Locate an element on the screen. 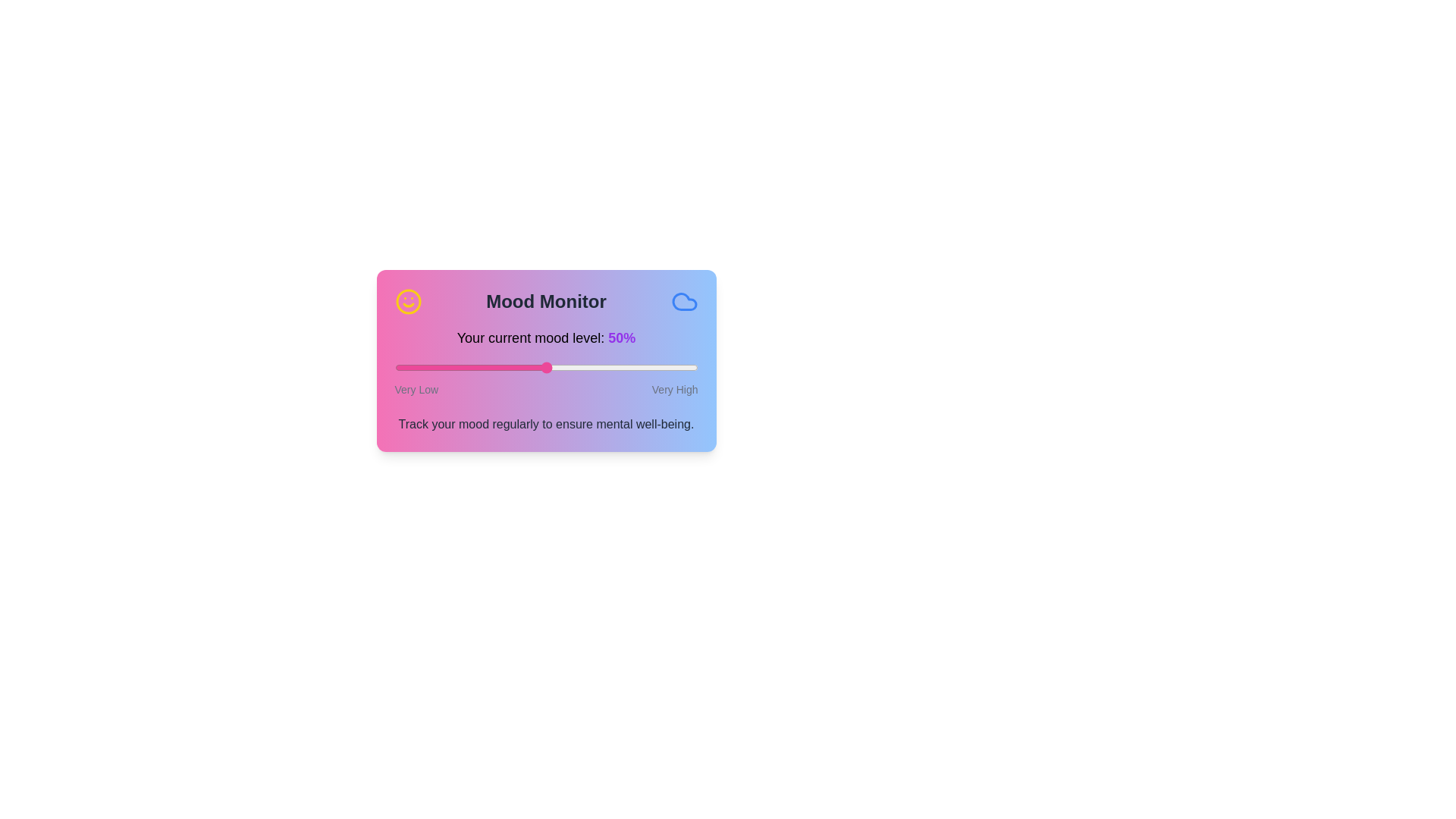  the mood slider to set the mood level to 73% is located at coordinates (616, 368).